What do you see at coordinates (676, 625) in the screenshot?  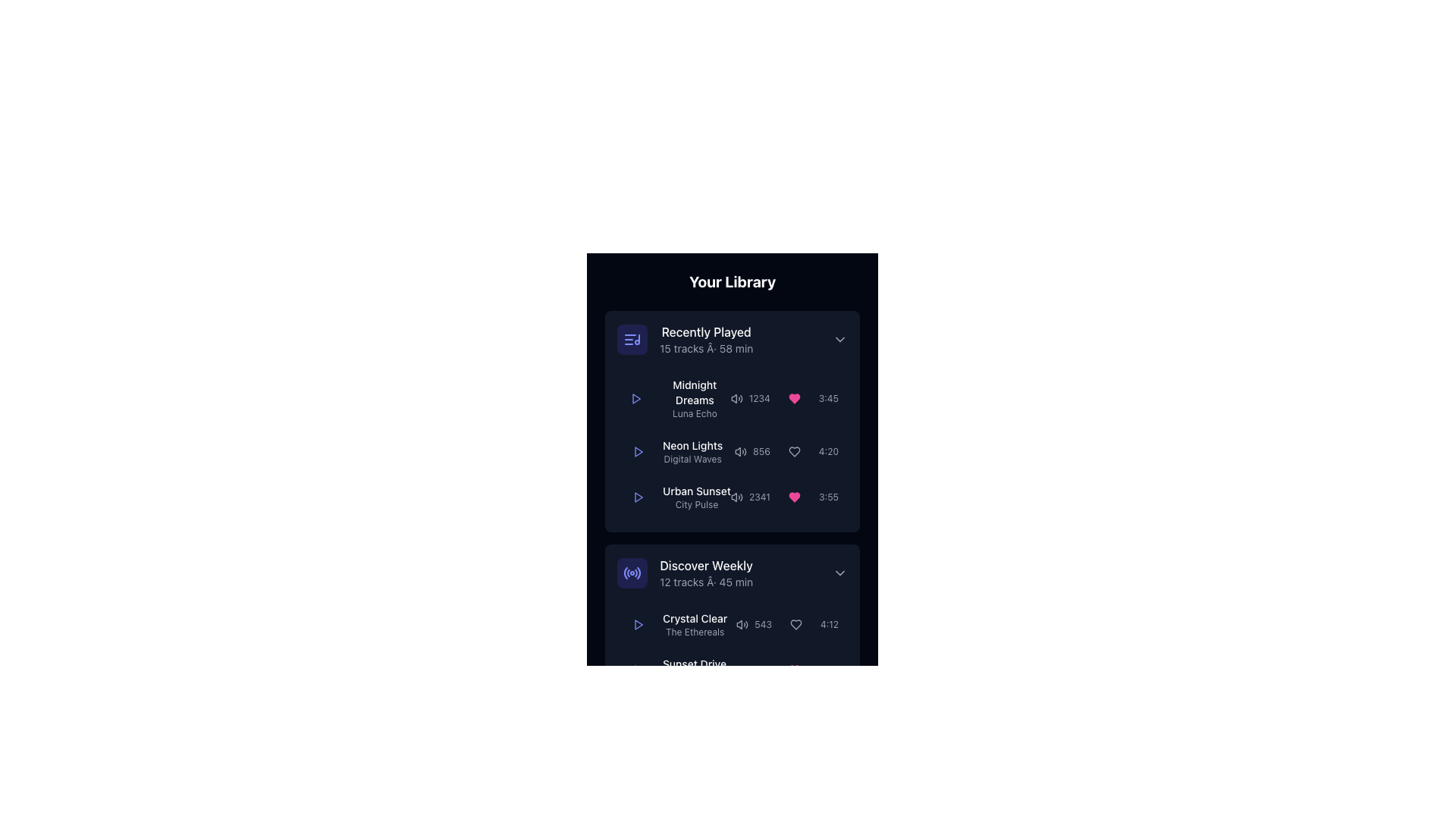 I see `the 'Crystal Clear' track item in the 'Discover Weekly' section` at bounding box center [676, 625].